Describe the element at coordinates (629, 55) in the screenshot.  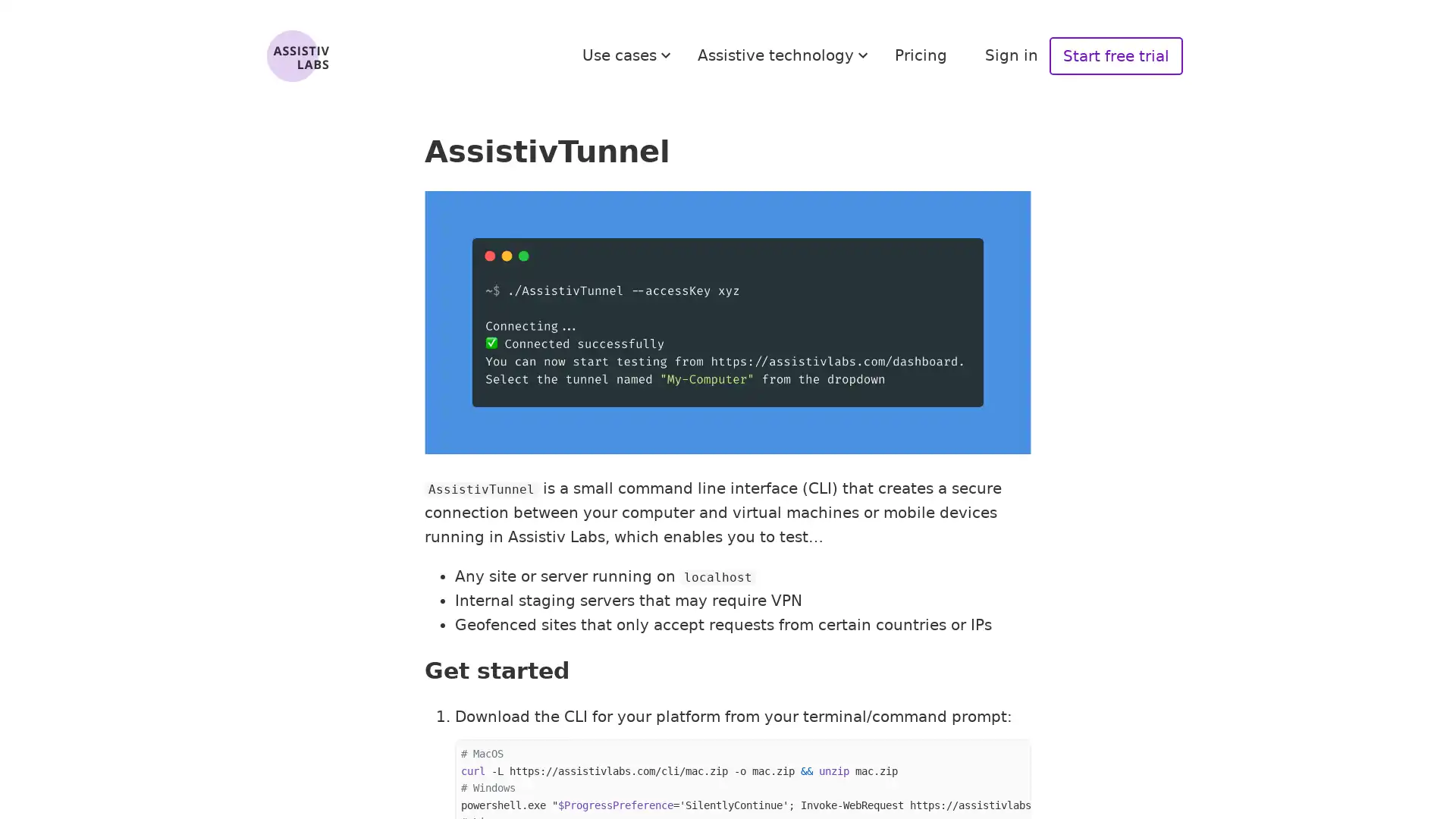
I see `Use cases` at that location.